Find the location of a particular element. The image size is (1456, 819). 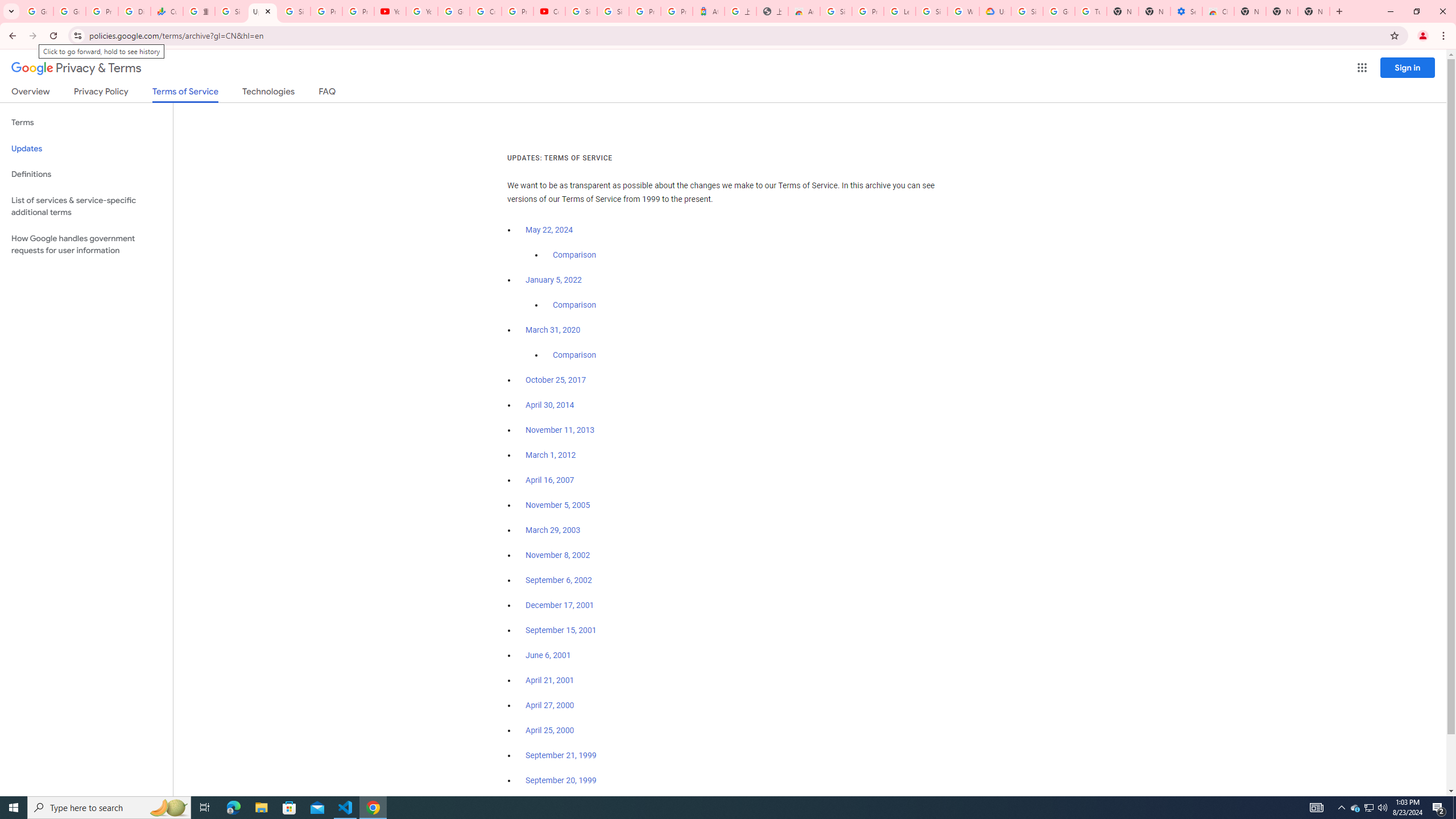

'Sign in - Google Accounts' is located at coordinates (294, 11).